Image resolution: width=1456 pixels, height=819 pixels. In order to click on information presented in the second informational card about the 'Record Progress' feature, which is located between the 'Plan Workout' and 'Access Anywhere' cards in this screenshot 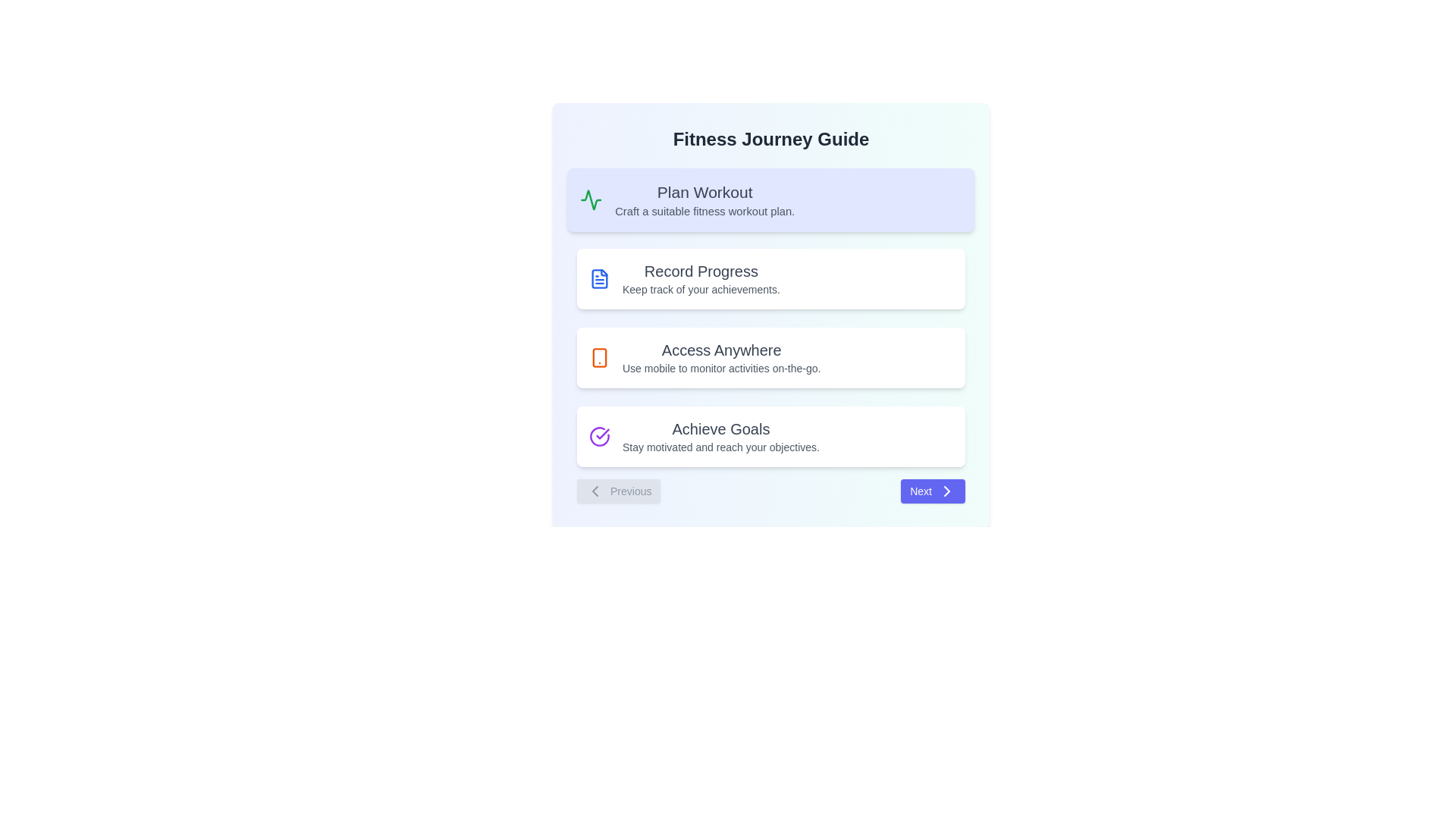, I will do `click(771, 278)`.